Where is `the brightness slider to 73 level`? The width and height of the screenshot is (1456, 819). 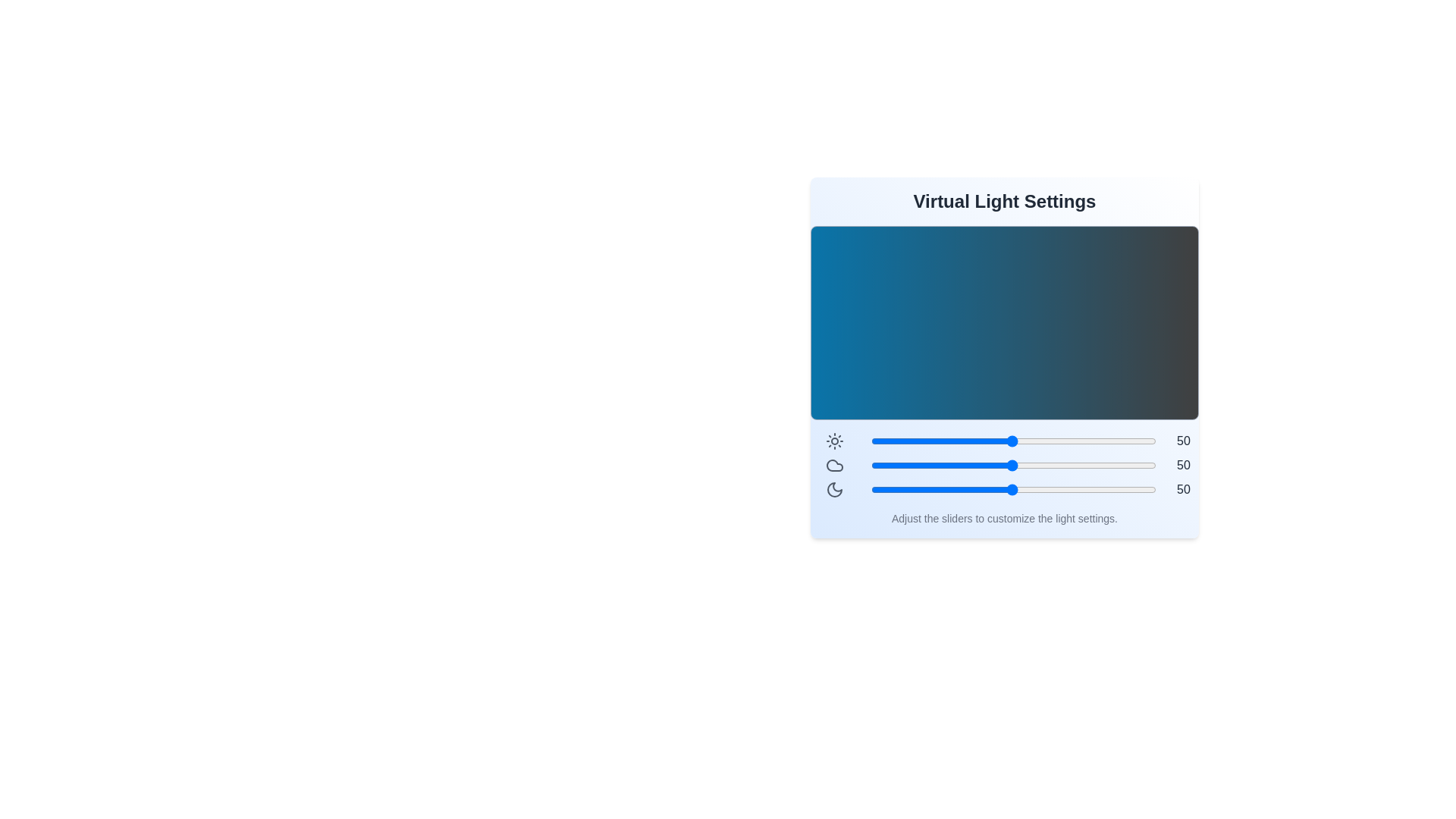 the brightness slider to 73 level is located at coordinates (1078, 441).